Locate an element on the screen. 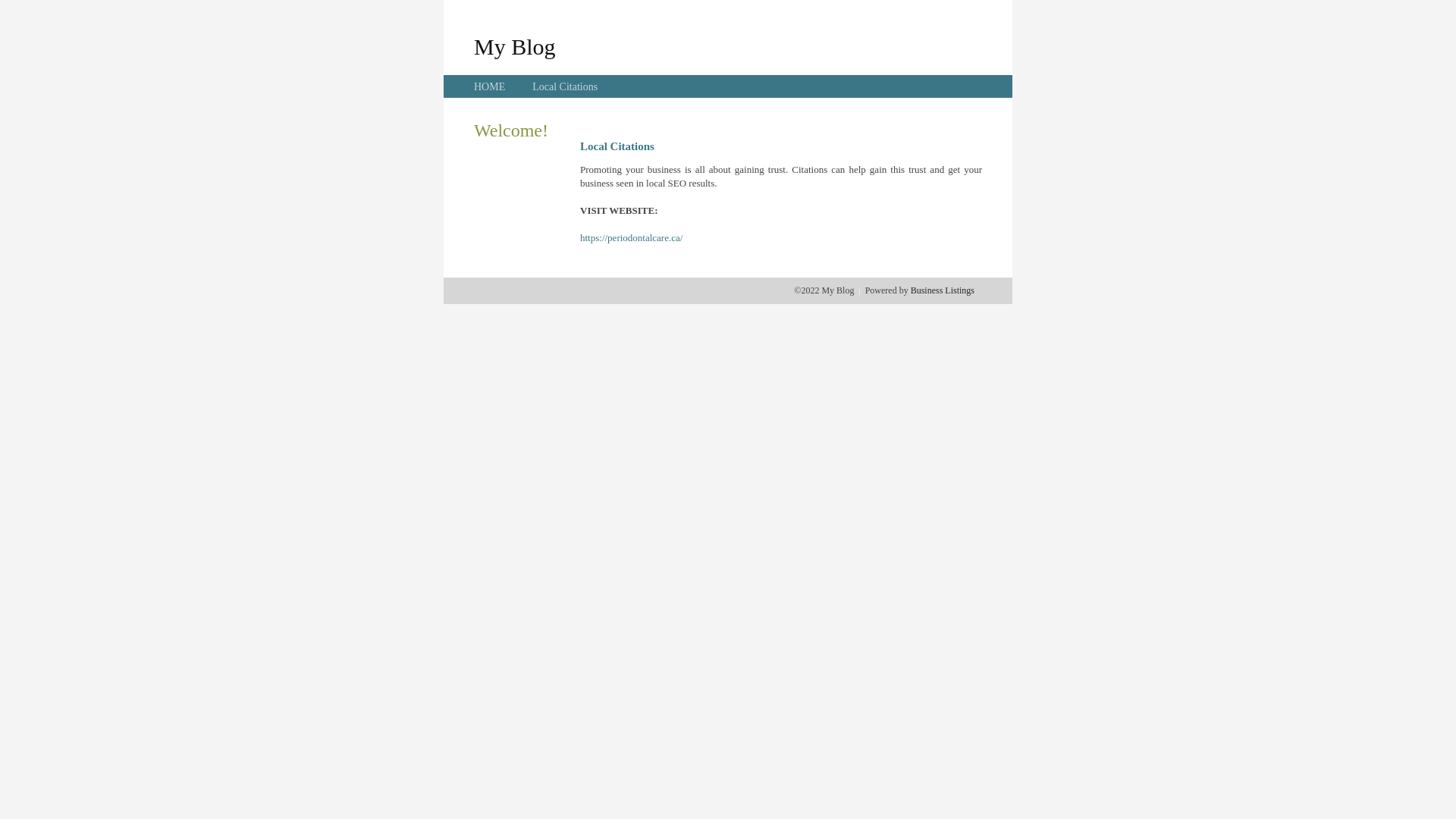 The image size is (1456, 819). 'Business Listings' is located at coordinates (942, 290).